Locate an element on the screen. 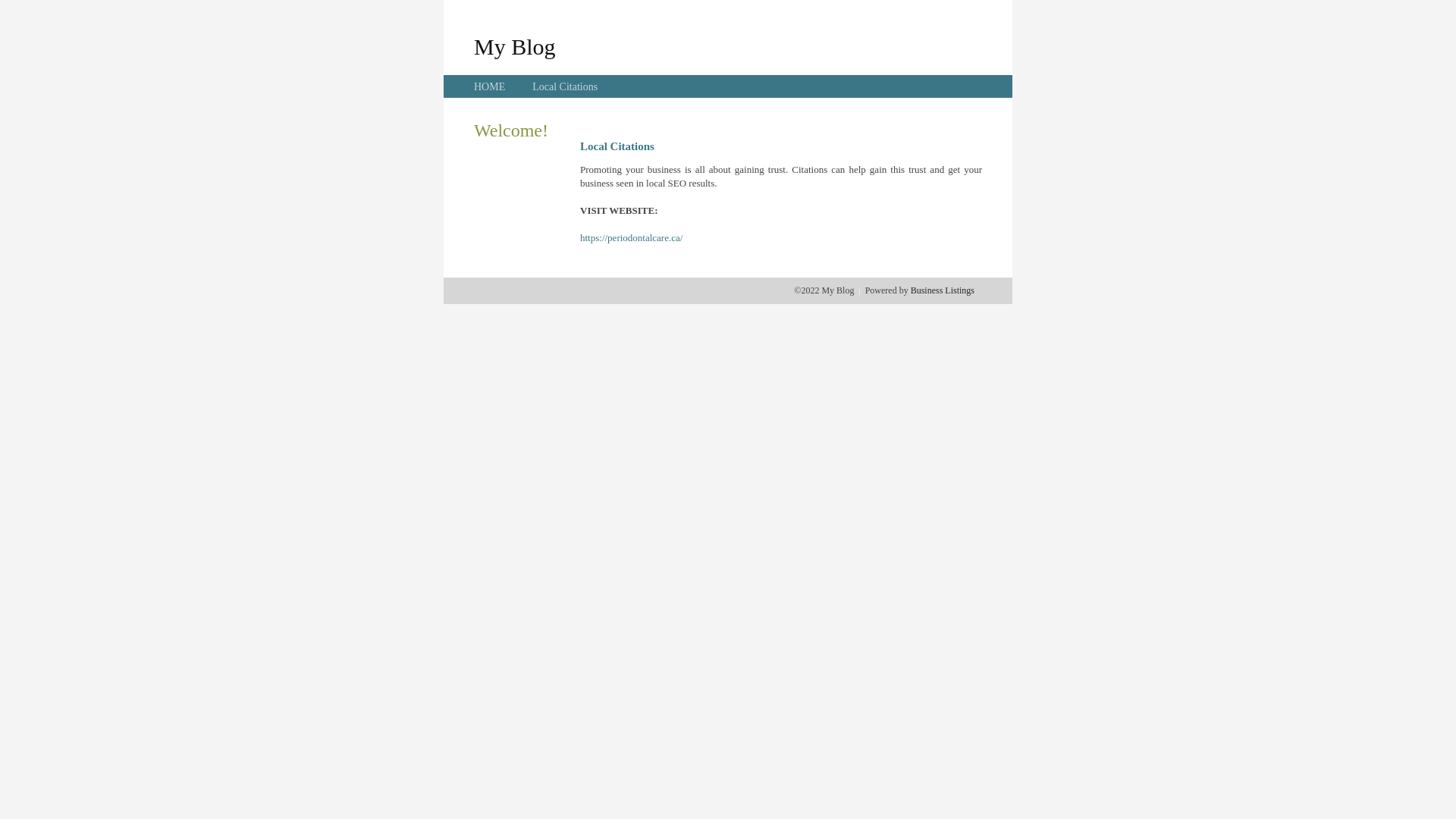 The image size is (1456, 819). 'Business Listings' is located at coordinates (942, 290).